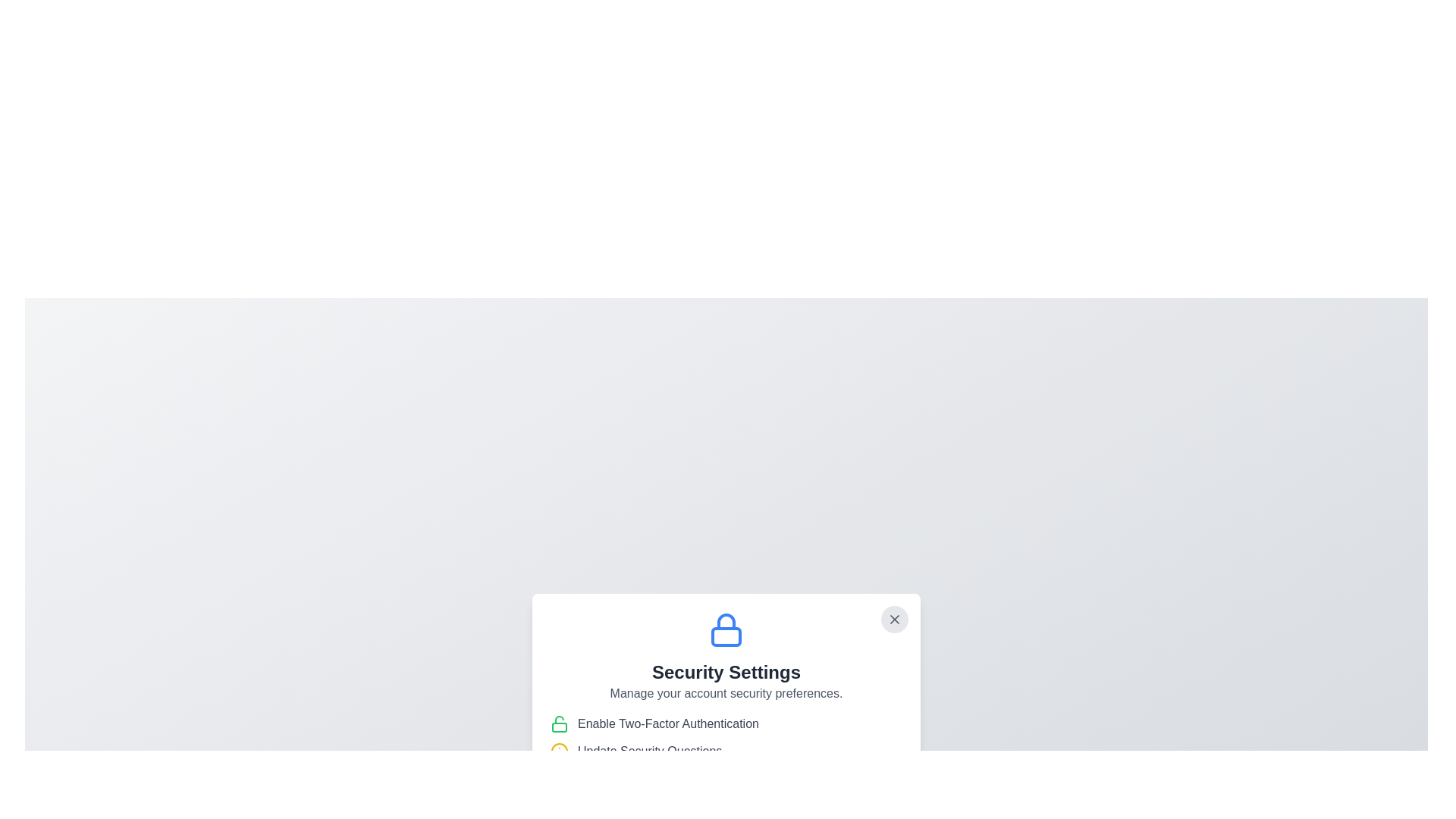 This screenshot has width=1456, height=819. What do you see at coordinates (726, 693) in the screenshot?
I see `the descriptive subtitle element located below the 'Security Settings' heading, which provides guidance for the security settings page` at bounding box center [726, 693].